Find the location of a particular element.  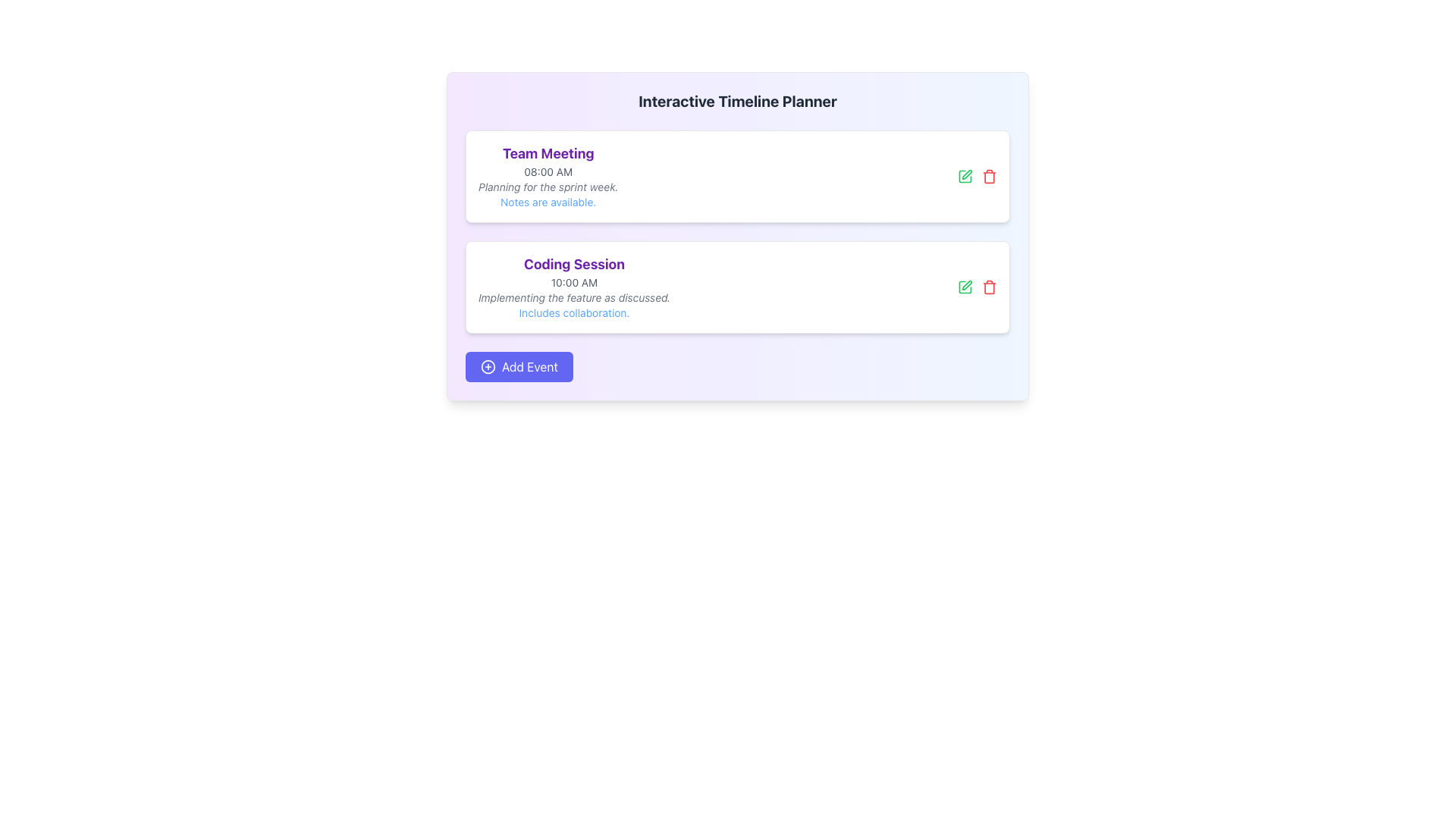

the 'edit' icon located in the second row of the timeline planner, next to the 'Coding Session' activity block, to initiate the edit action is located at coordinates (964, 175).